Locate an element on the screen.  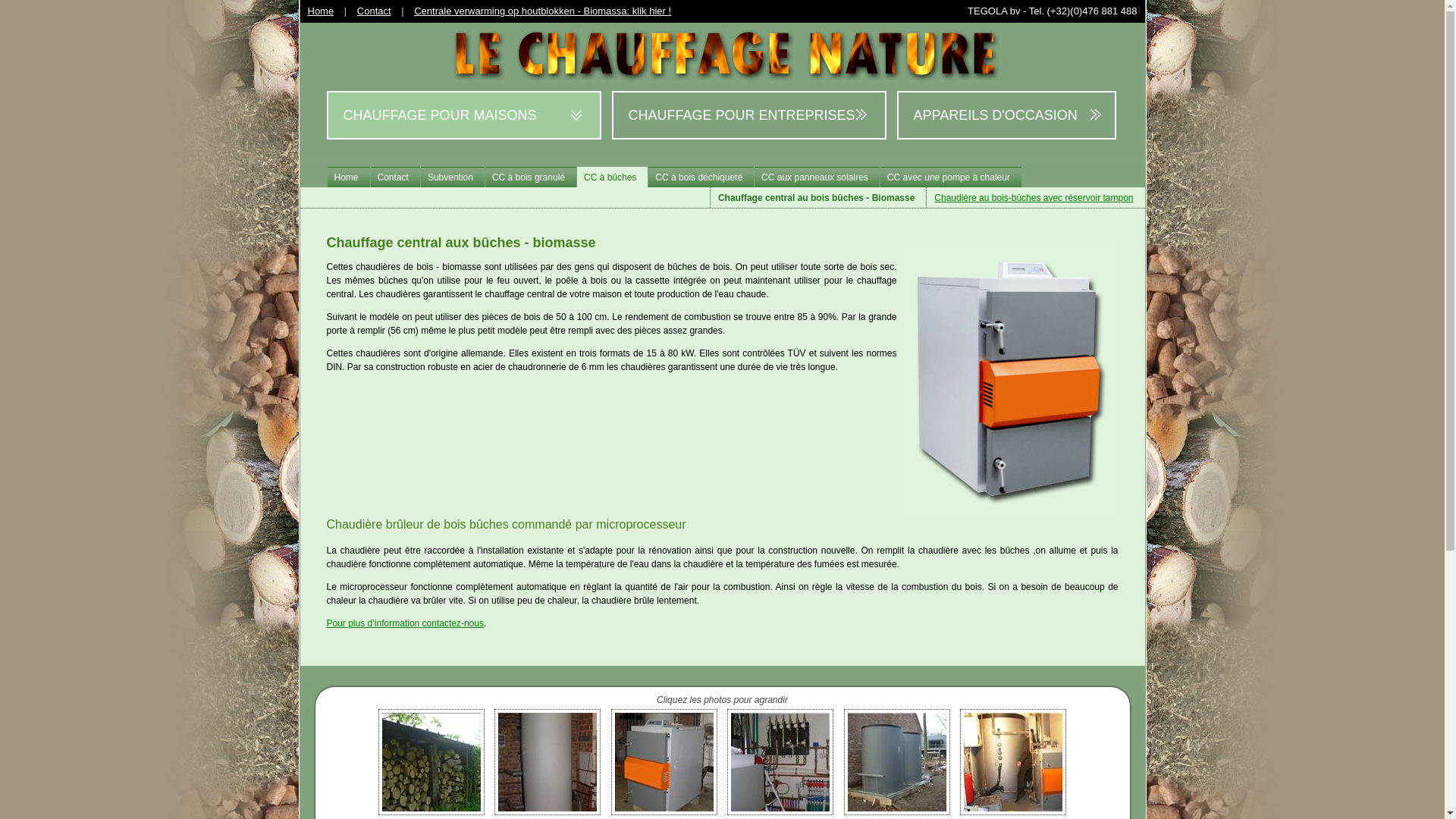
'APPAREILS D'OCCASION' is located at coordinates (997, 114).